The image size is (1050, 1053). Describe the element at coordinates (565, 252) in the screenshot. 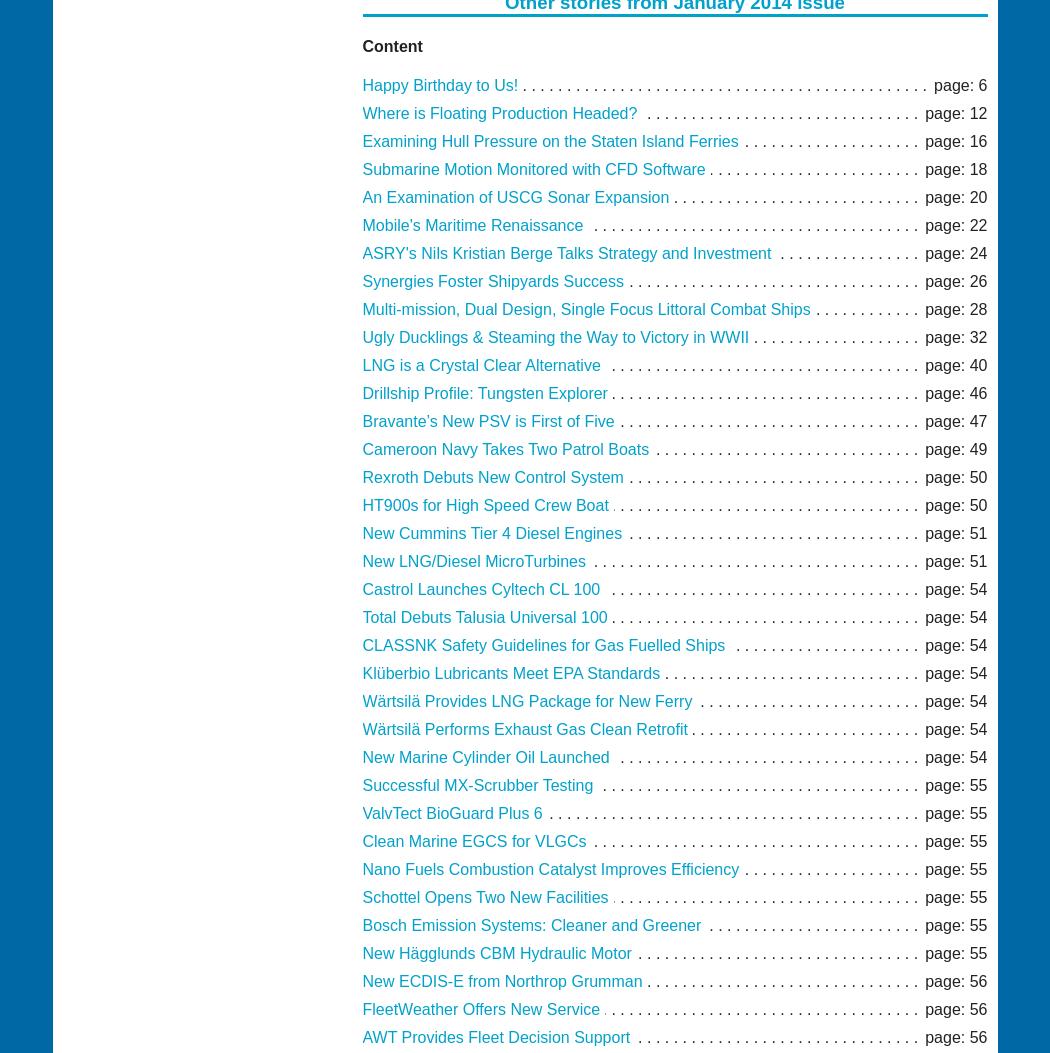

I see `'ASRY's Nils Kristian Berge Talks Strategy and Investment'` at that location.